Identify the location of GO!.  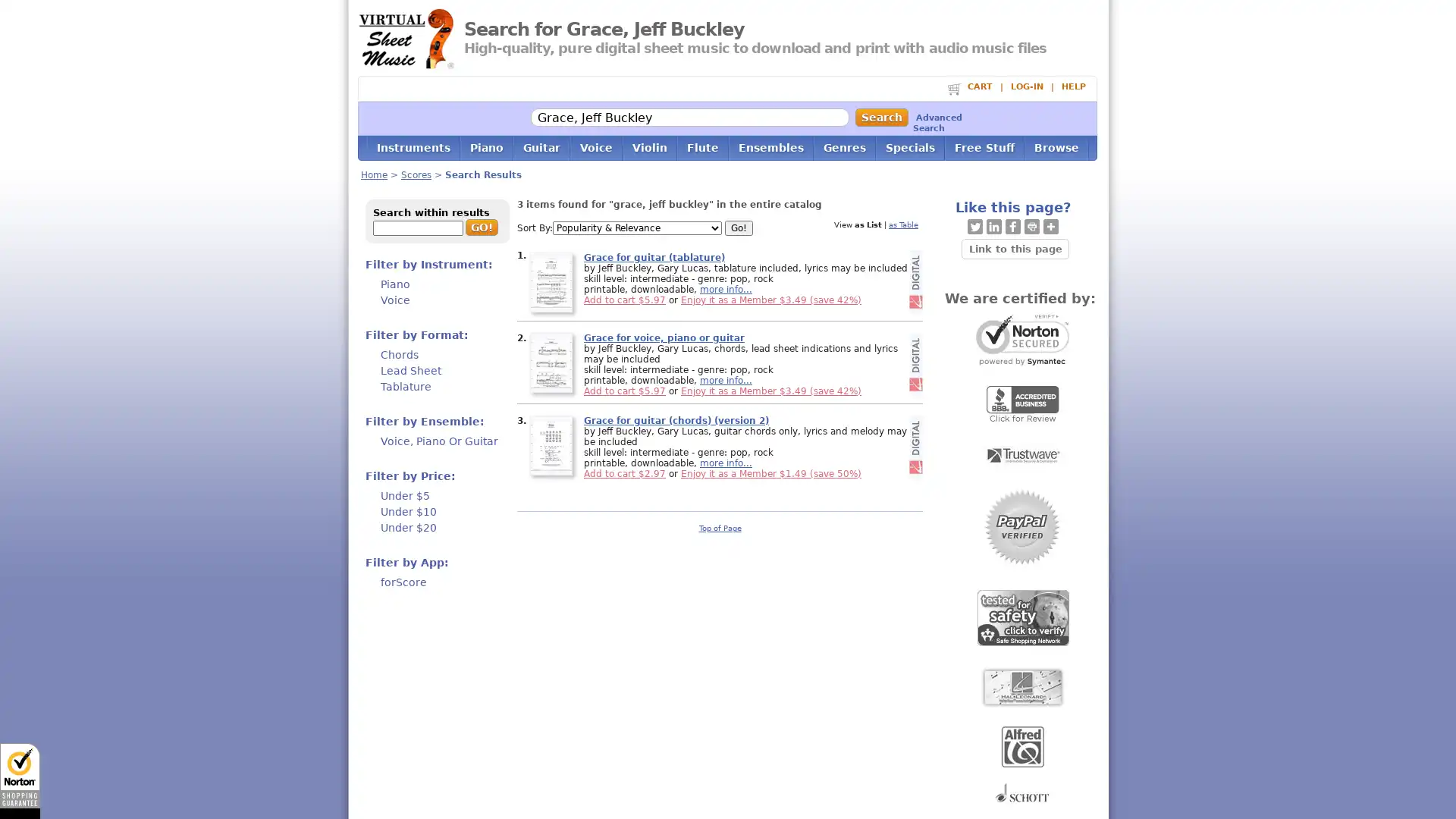
(481, 227).